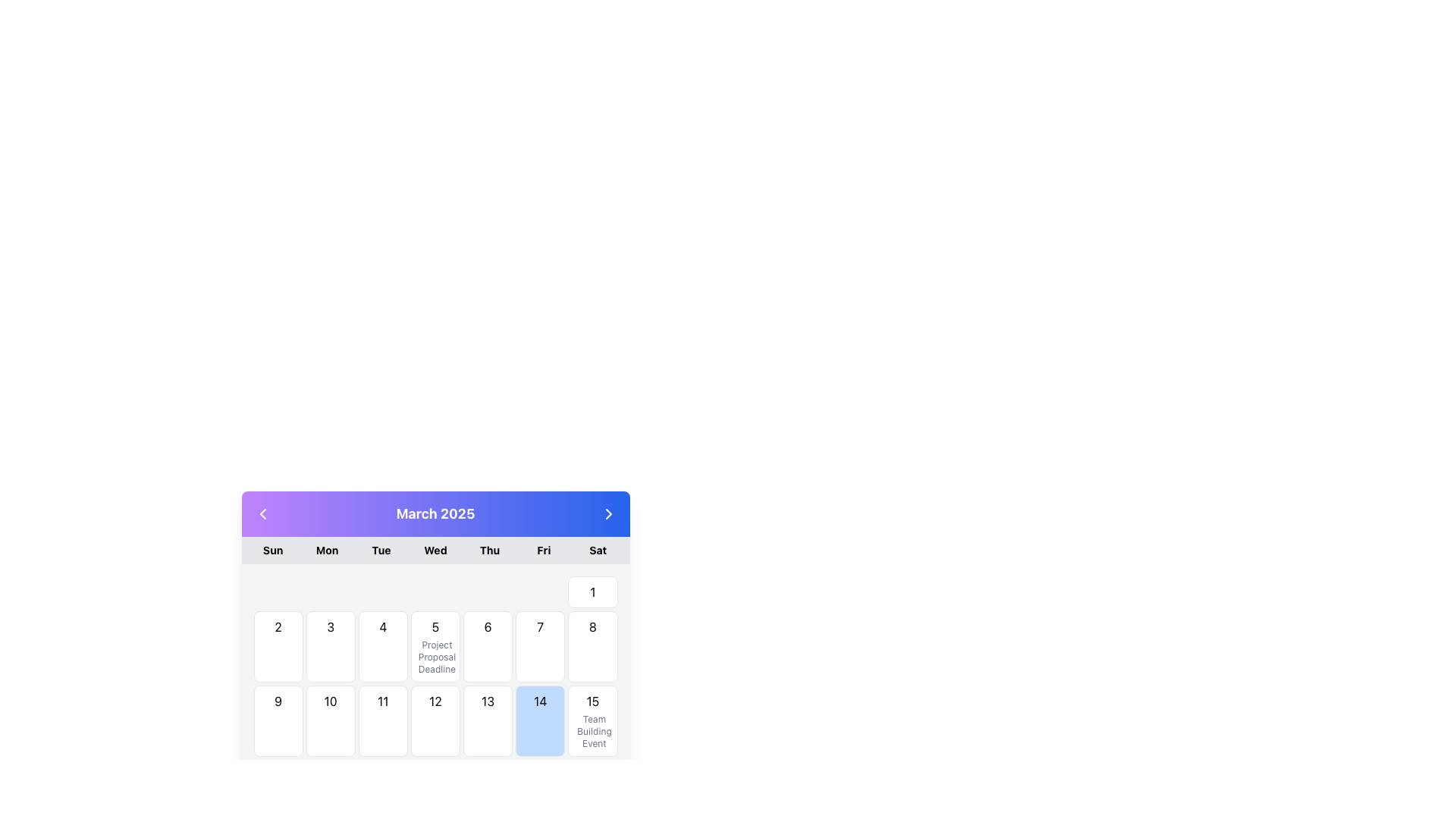  I want to click on the button representing the first day of the month in the calendar, so click(592, 591).